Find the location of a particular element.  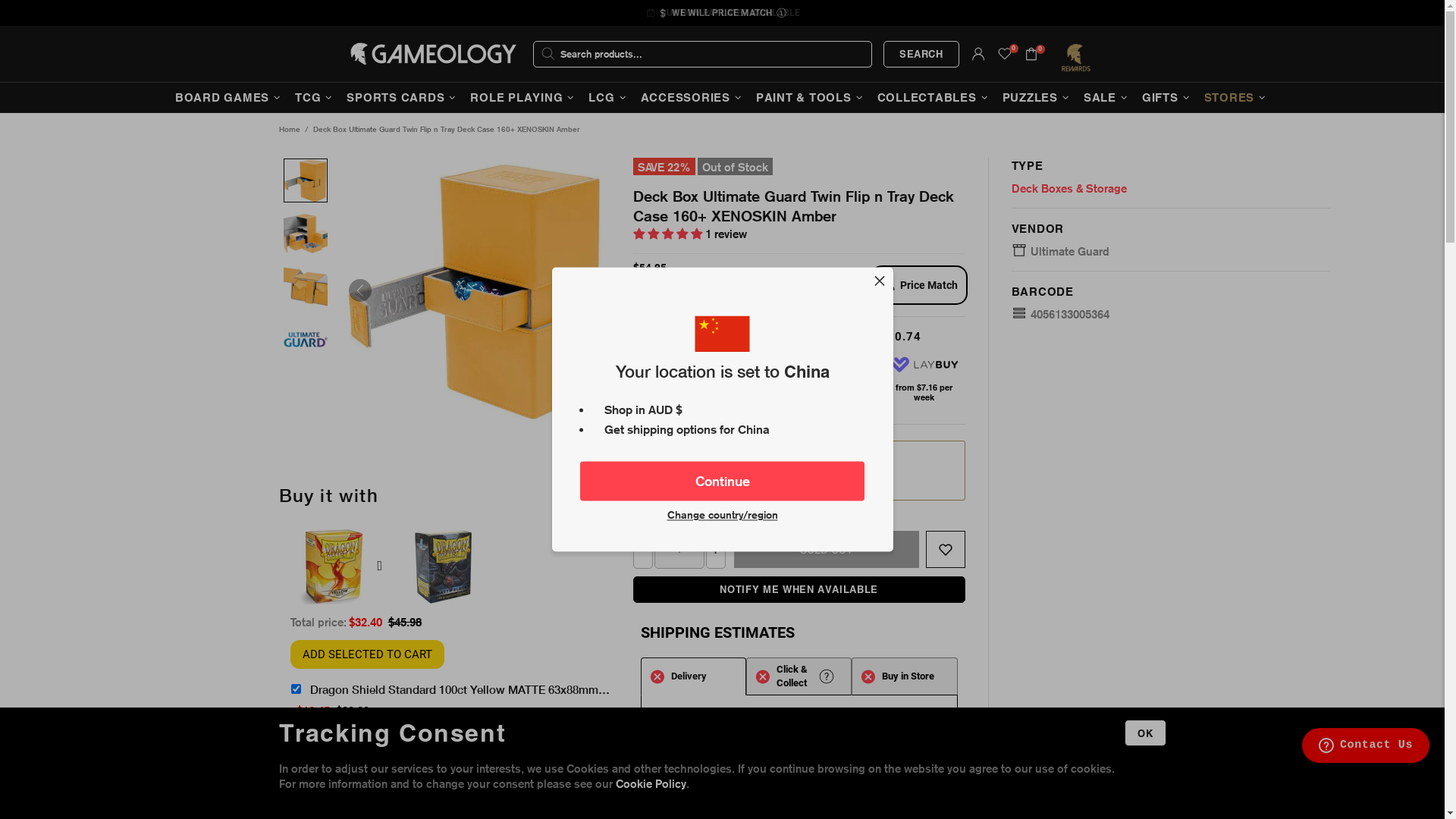

'Deck Boxes & Storage' is located at coordinates (1068, 188).